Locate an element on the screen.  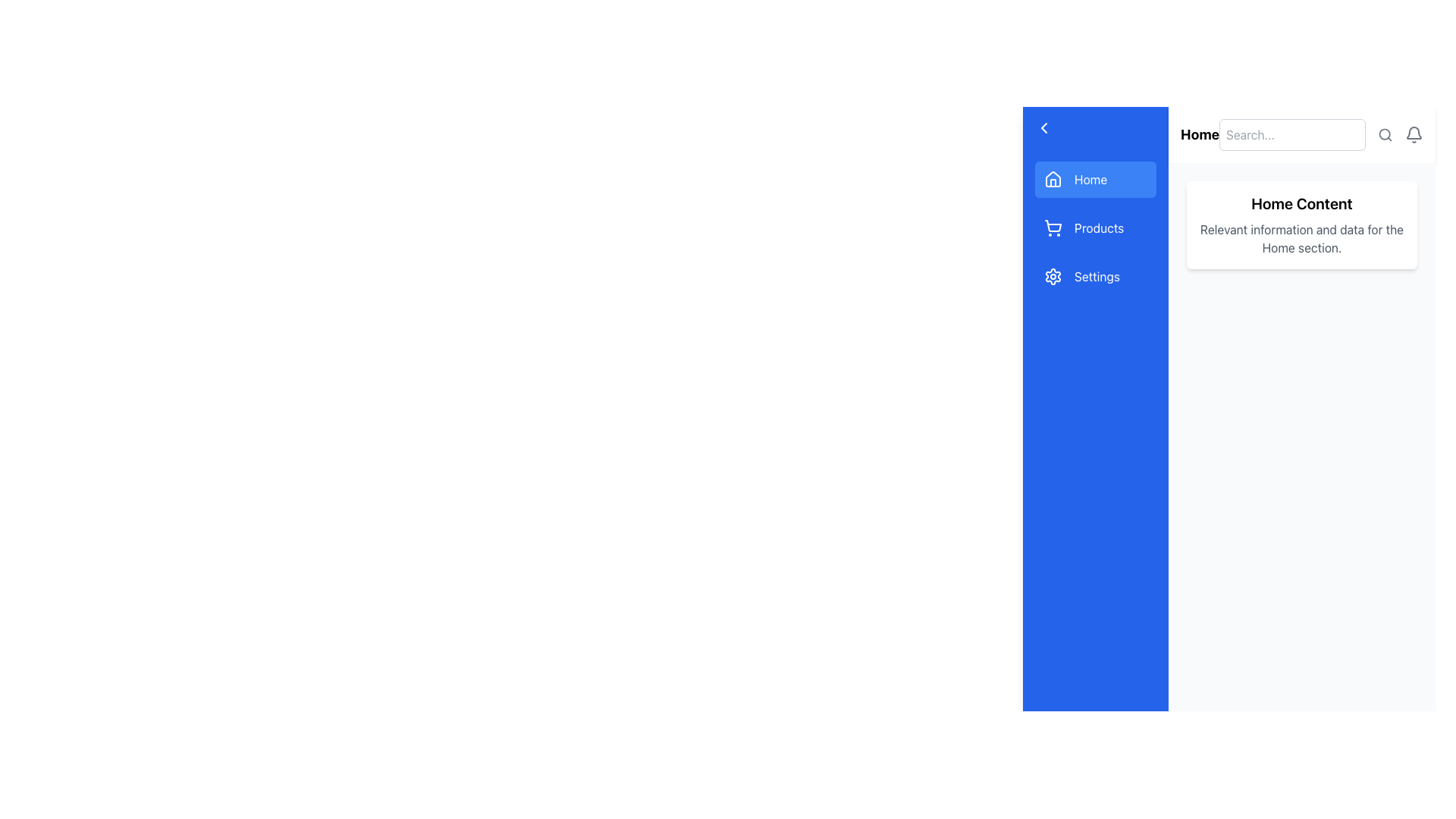
the chevron icon located in the top-left section of the blue navigation panel is located at coordinates (1043, 127).